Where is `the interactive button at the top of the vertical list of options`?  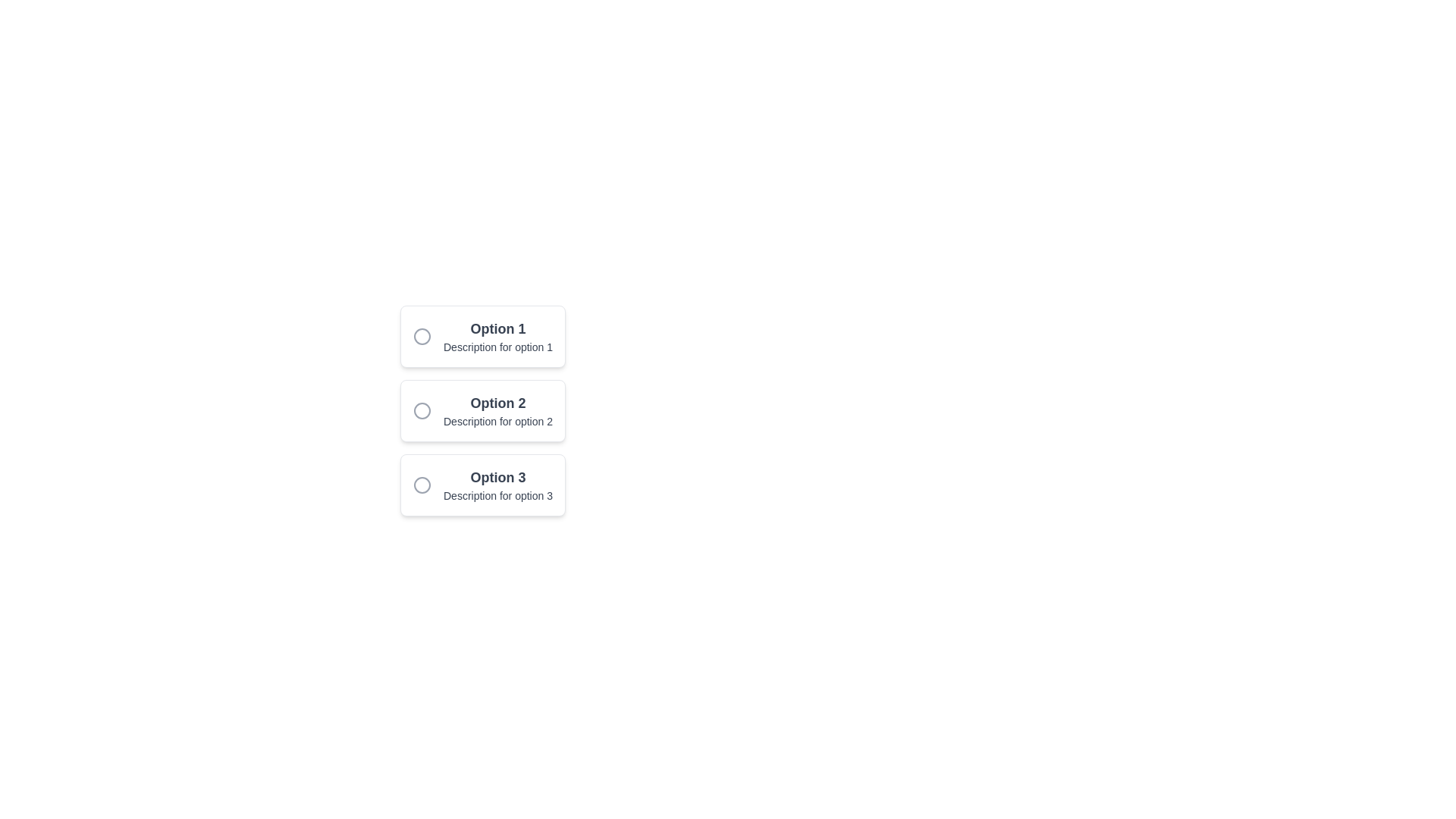 the interactive button at the top of the vertical list of options is located at coordinates (482, 335).